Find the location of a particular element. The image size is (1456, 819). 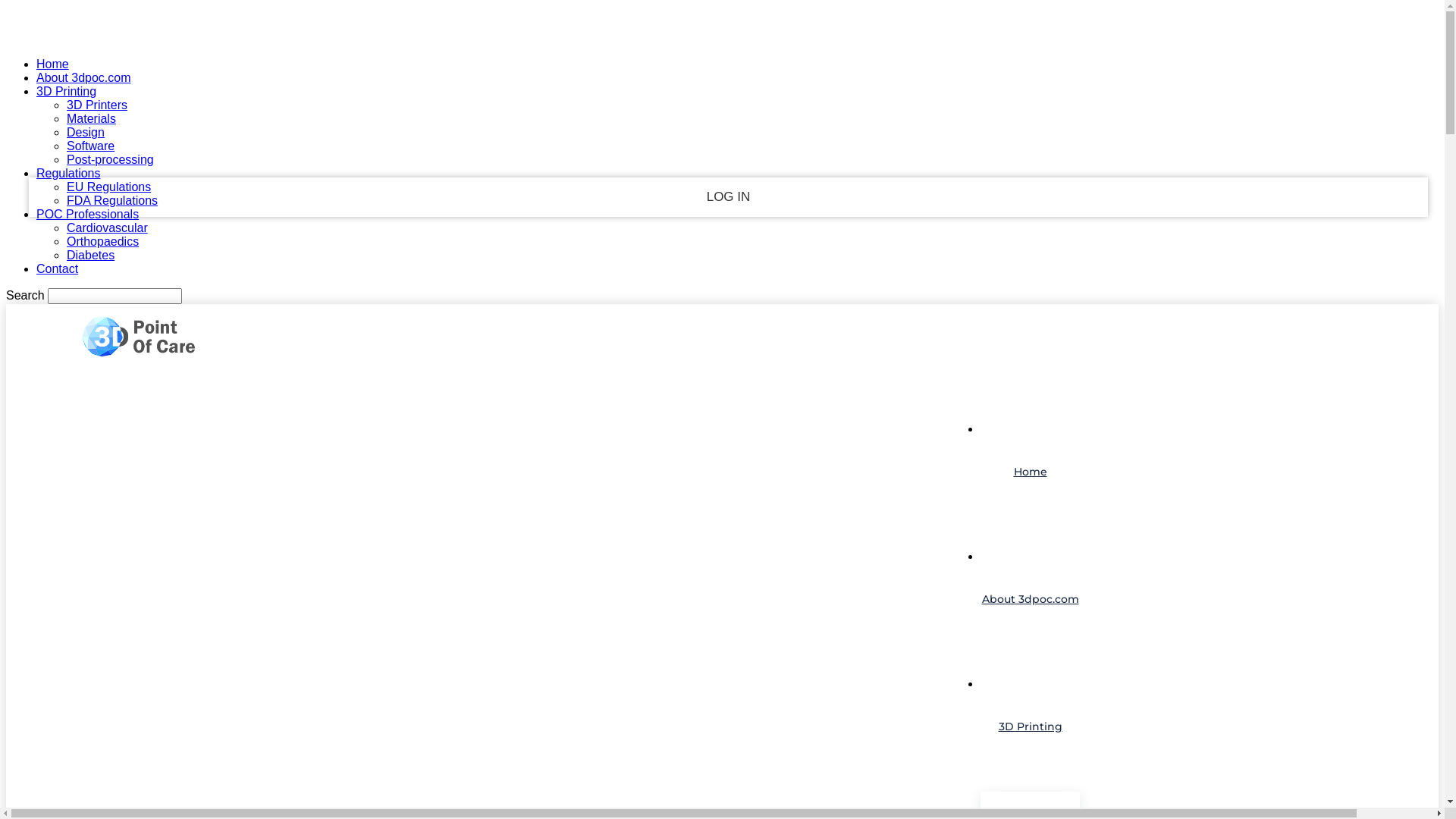

'Privacy Policy' is located at coordinates (728, 262).